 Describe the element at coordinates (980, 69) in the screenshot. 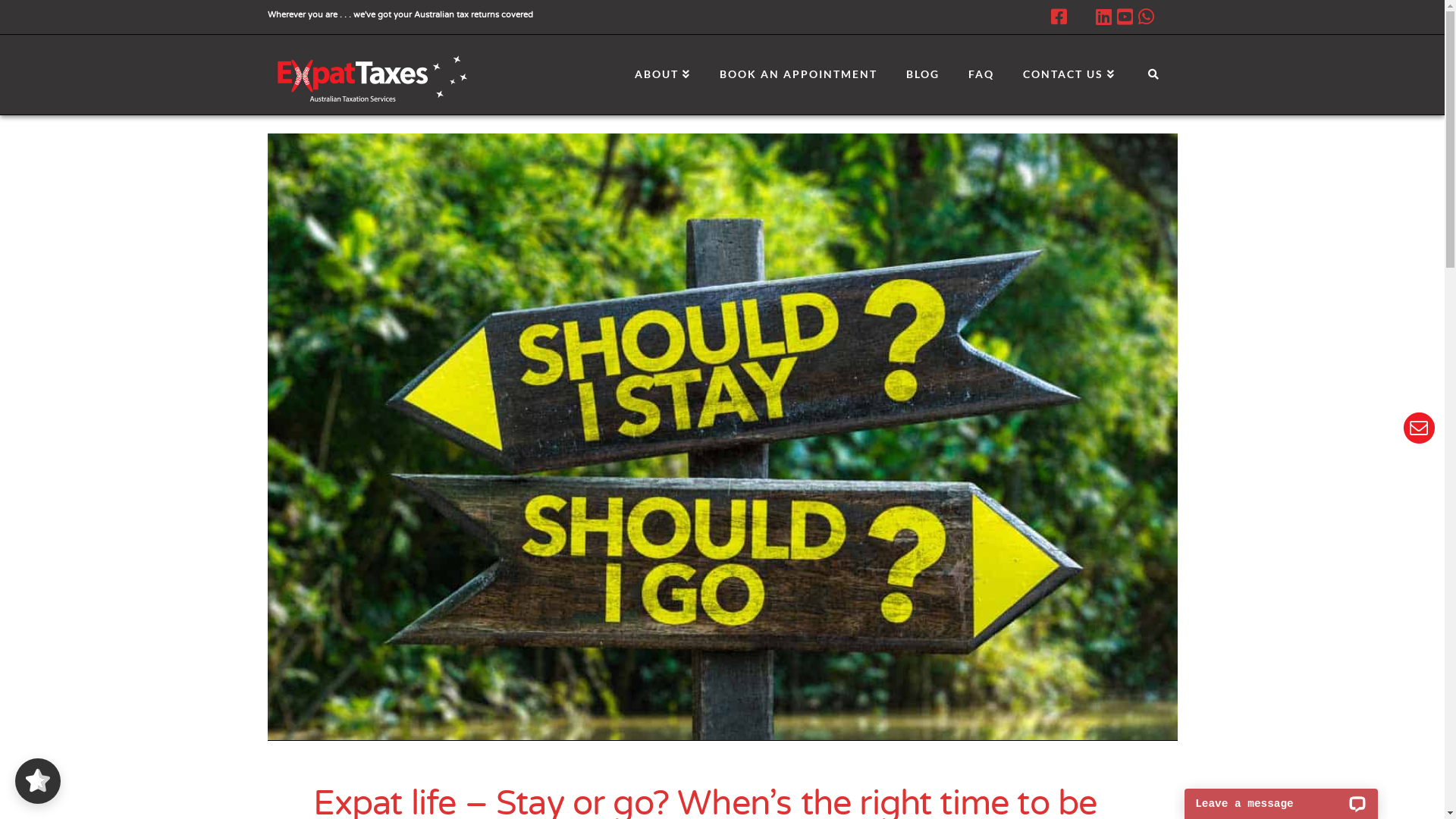

I see `'FAQ'` at that location.